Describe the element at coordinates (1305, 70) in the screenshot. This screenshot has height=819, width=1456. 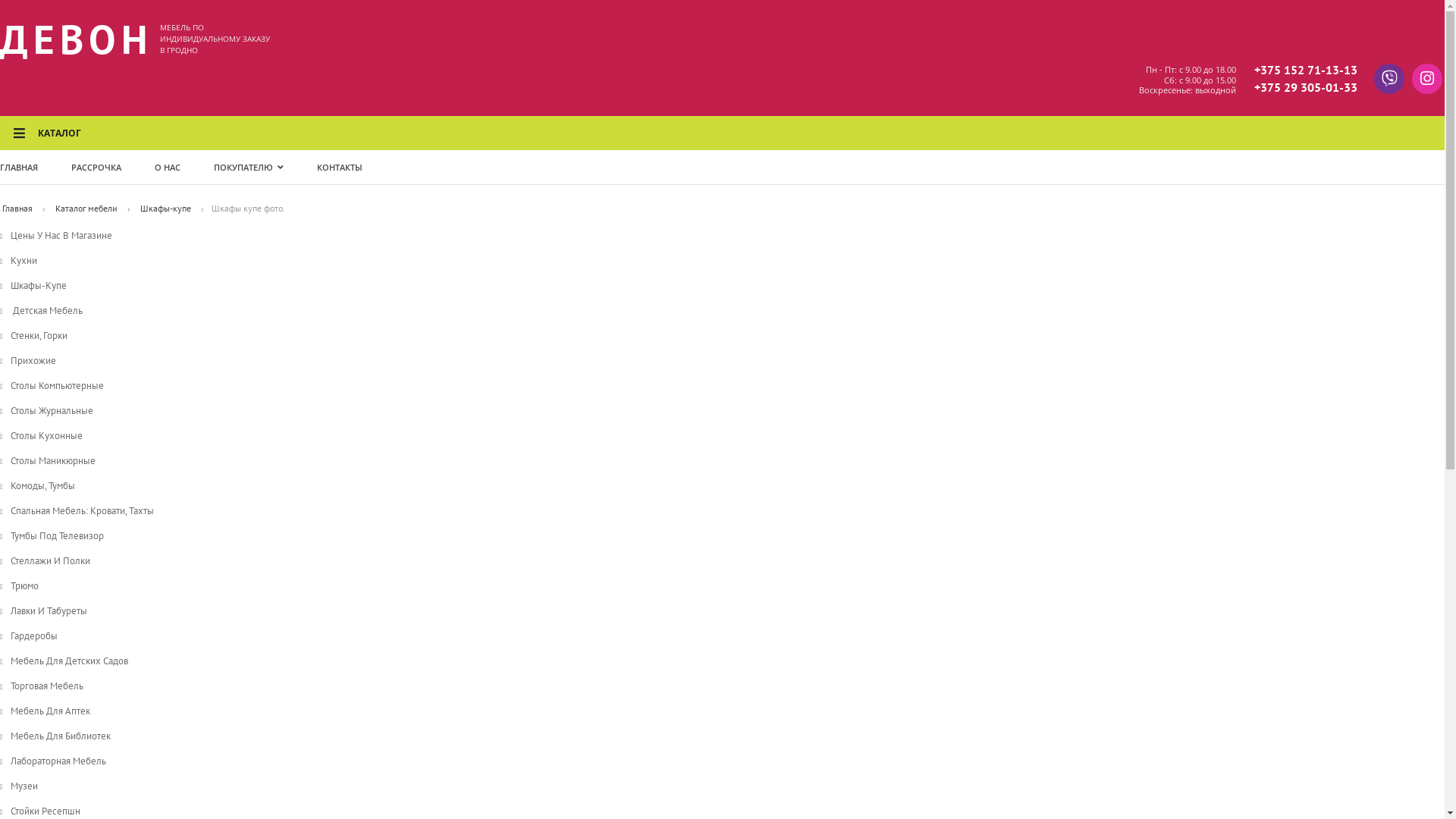
I see `'+375 152 71-13-13'` at that location.